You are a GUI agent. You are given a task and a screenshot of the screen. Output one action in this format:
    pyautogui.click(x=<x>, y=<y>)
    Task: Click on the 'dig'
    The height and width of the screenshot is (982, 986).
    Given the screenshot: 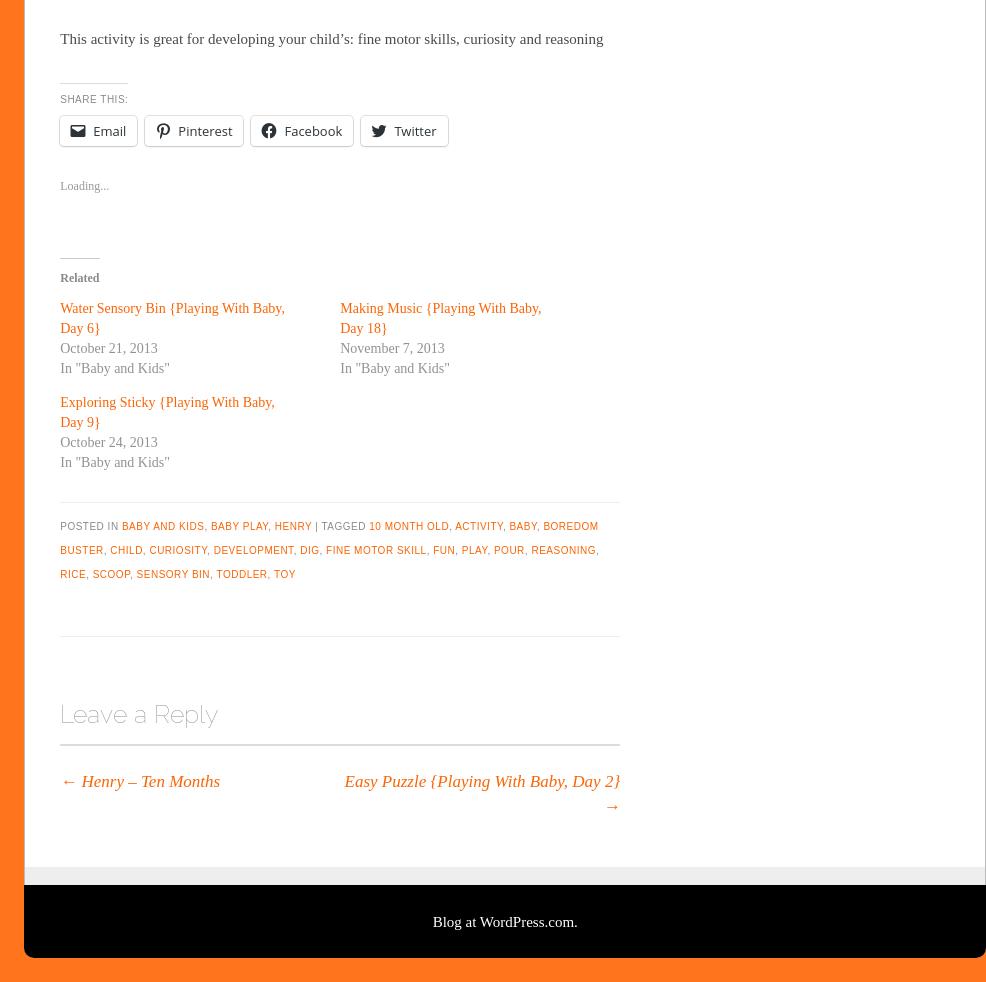 What is the action you would take?
    pyautogui.click(x=309, y=549)
    